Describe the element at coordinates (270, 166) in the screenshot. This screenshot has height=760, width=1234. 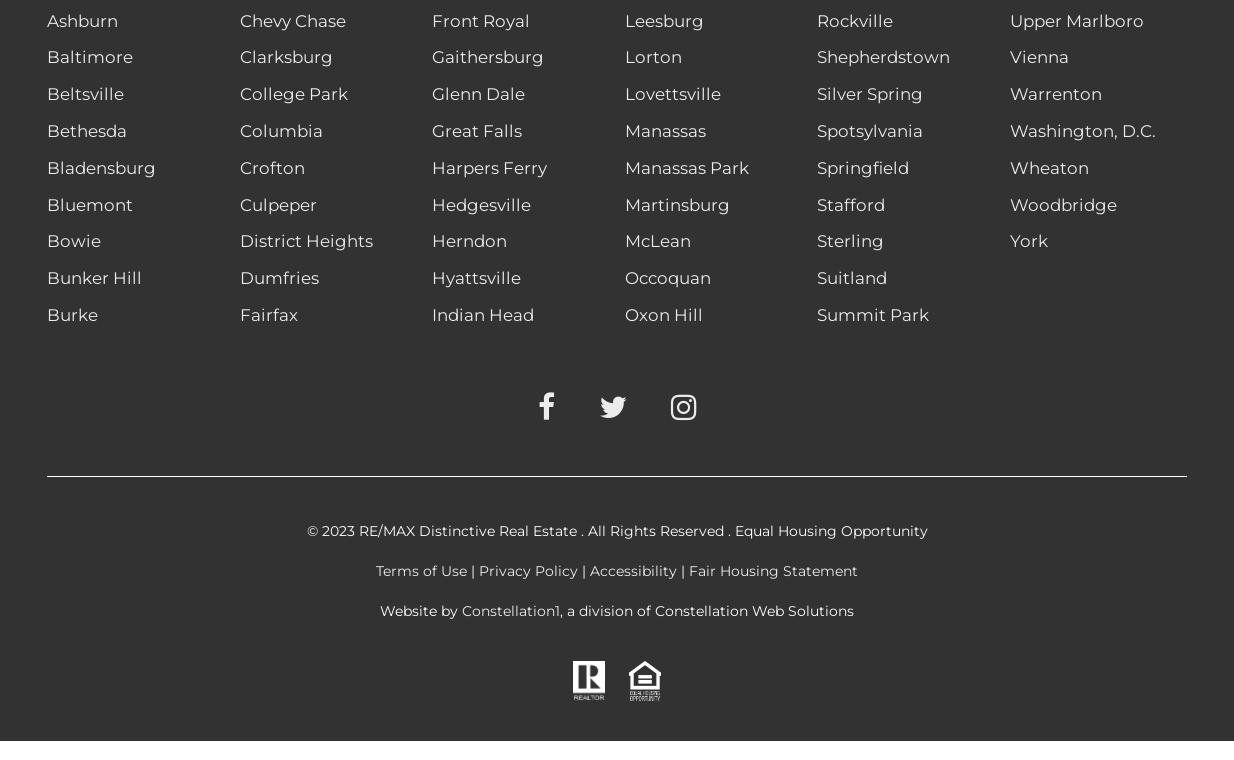
I see `'Crofton'` at that location.